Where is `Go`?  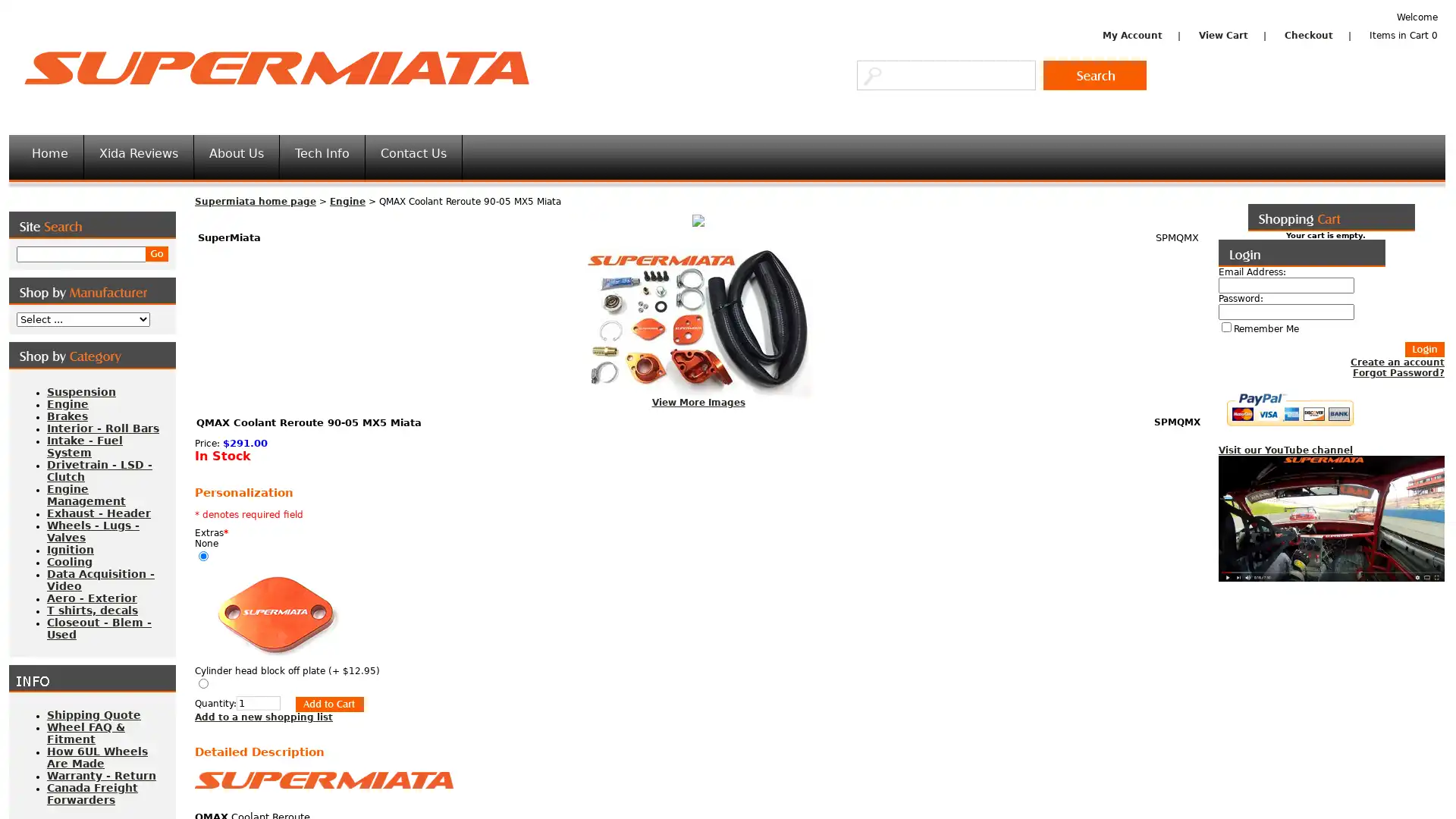 Go is located at coordinates (156, 253).